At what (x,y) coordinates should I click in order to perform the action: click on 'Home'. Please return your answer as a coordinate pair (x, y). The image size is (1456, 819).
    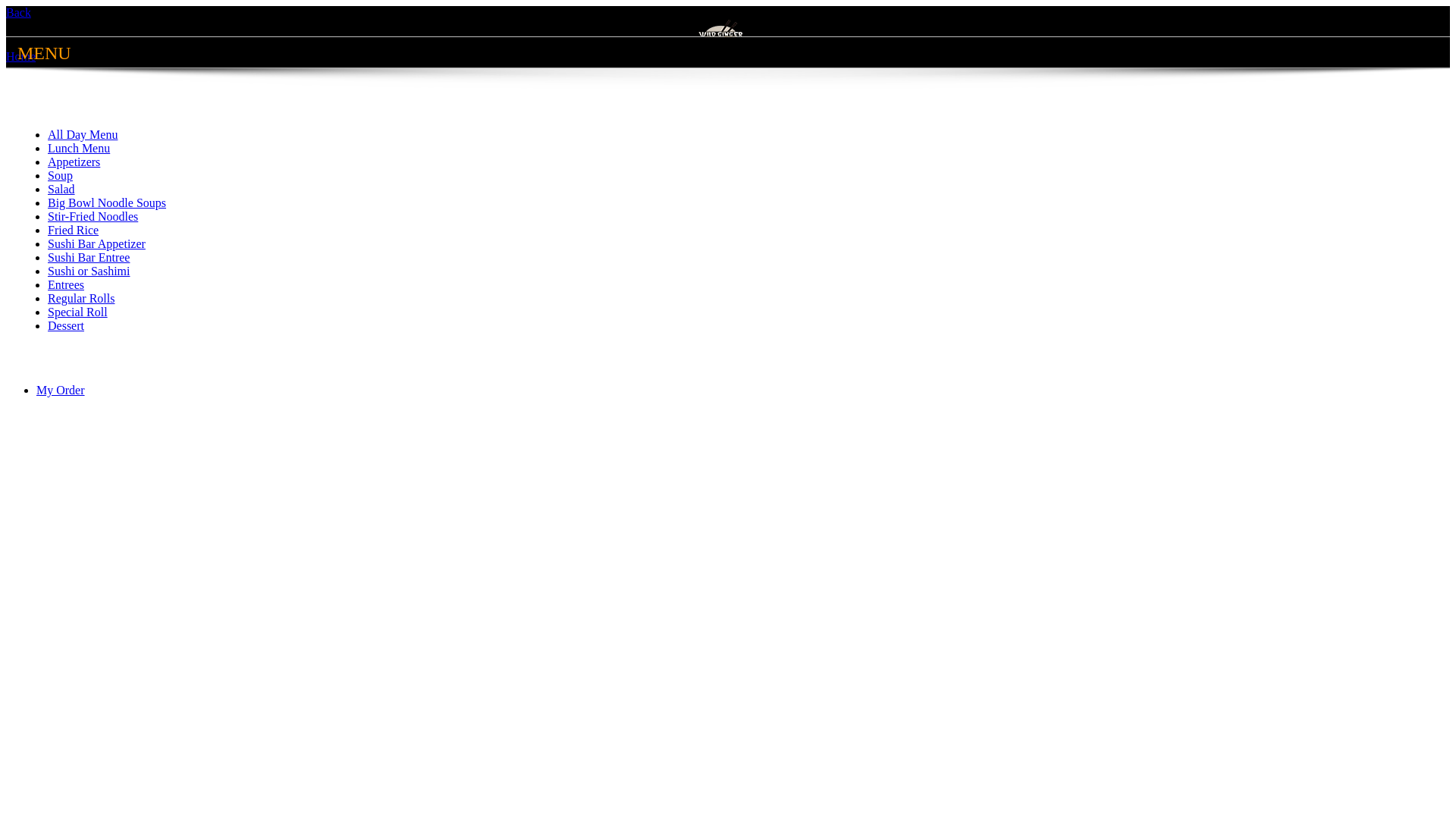
    Looking at the image, I should click on (6, 55).